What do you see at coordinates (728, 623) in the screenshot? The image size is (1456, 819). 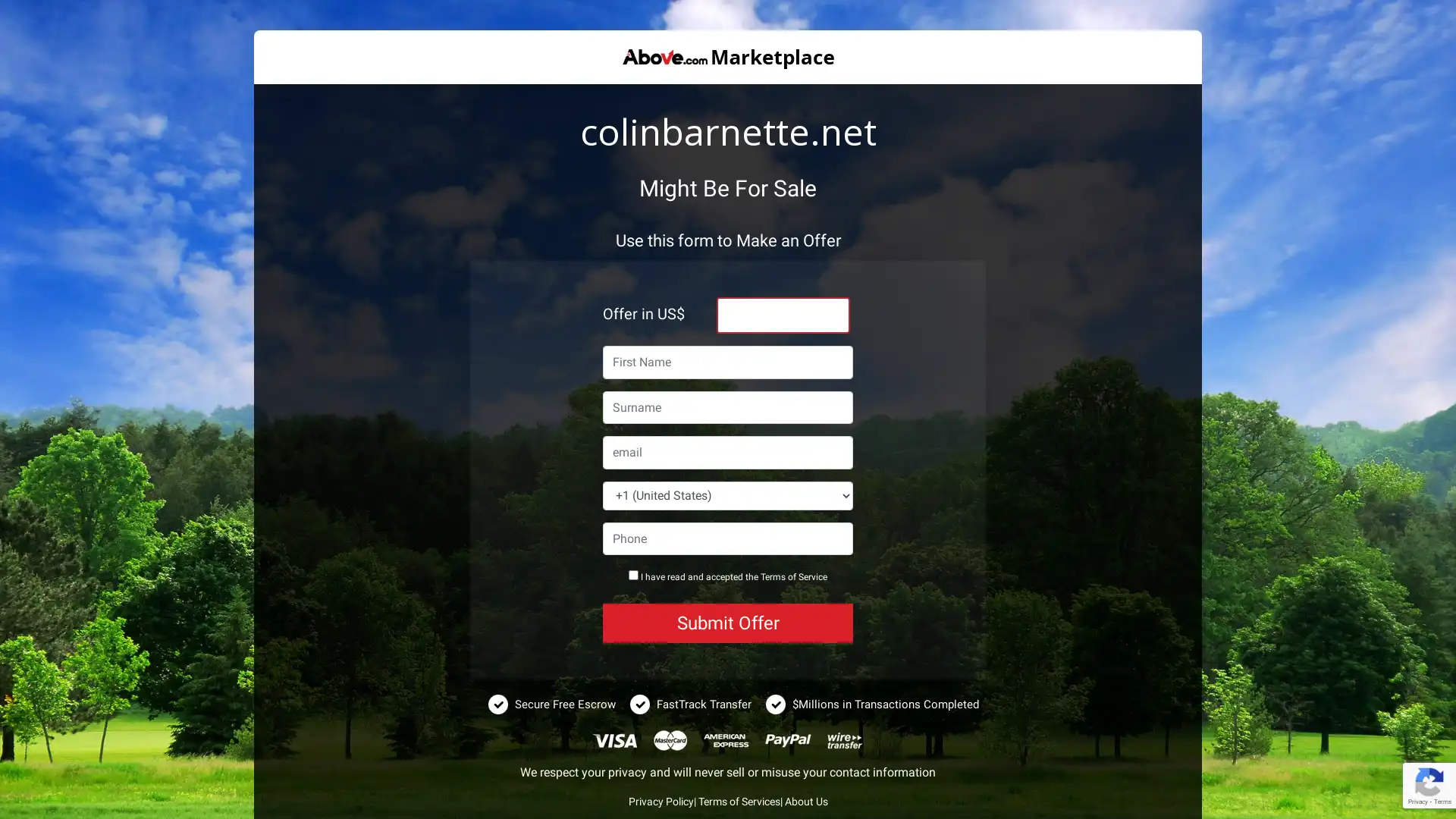 I see `Submit Offer` at bounding box center [728, 623].